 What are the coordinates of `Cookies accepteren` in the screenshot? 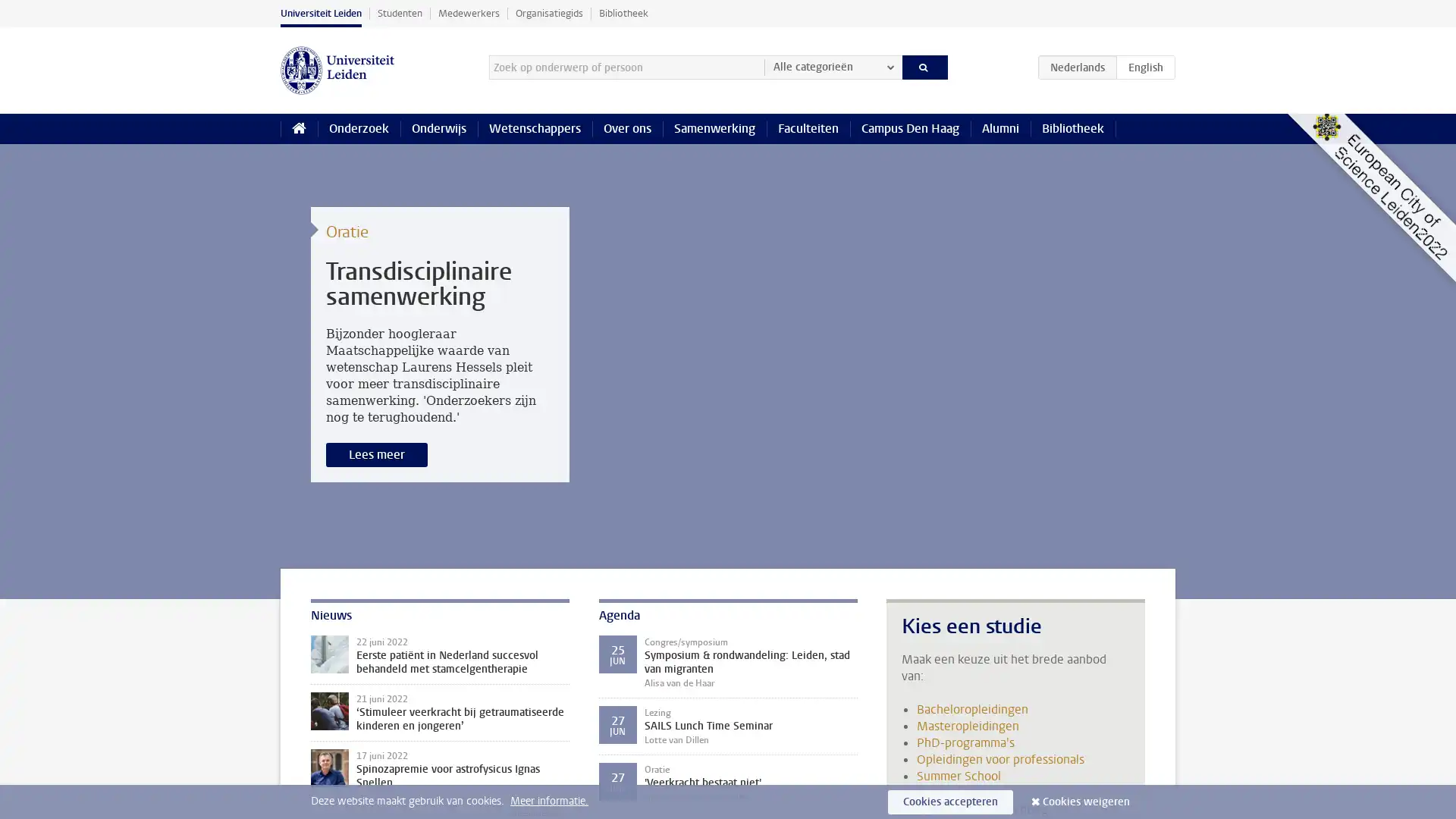 It's located at (949, 801).